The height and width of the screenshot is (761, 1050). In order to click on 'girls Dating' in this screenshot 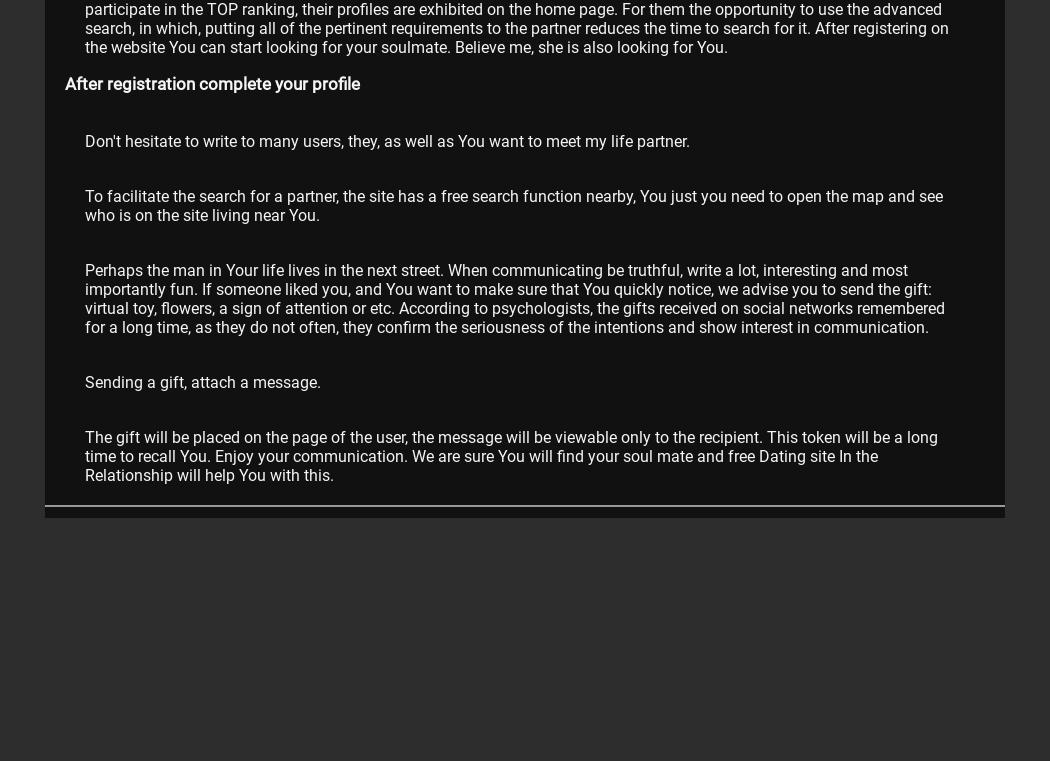, I will do `click(225, 641)`.